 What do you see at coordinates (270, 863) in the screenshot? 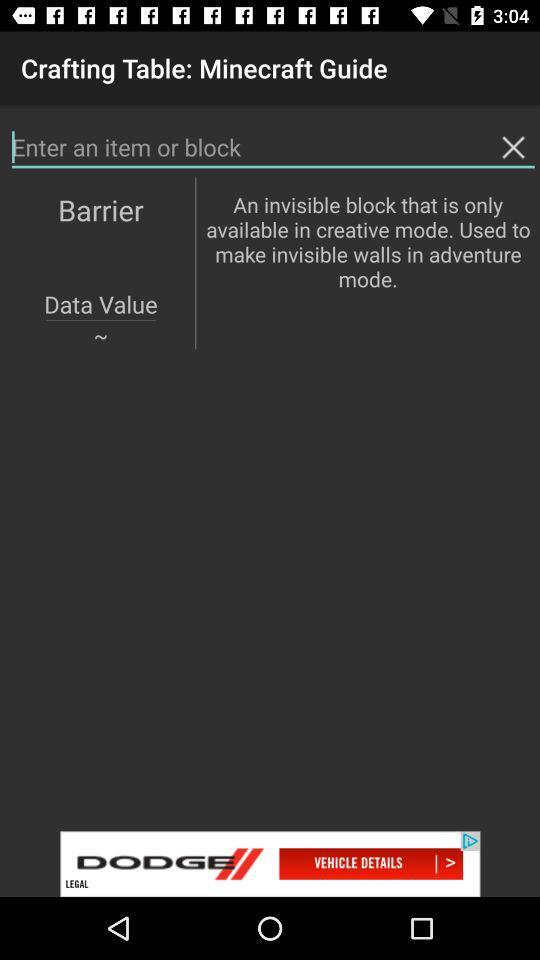
I see `advert` at bounding box center [270, 863].